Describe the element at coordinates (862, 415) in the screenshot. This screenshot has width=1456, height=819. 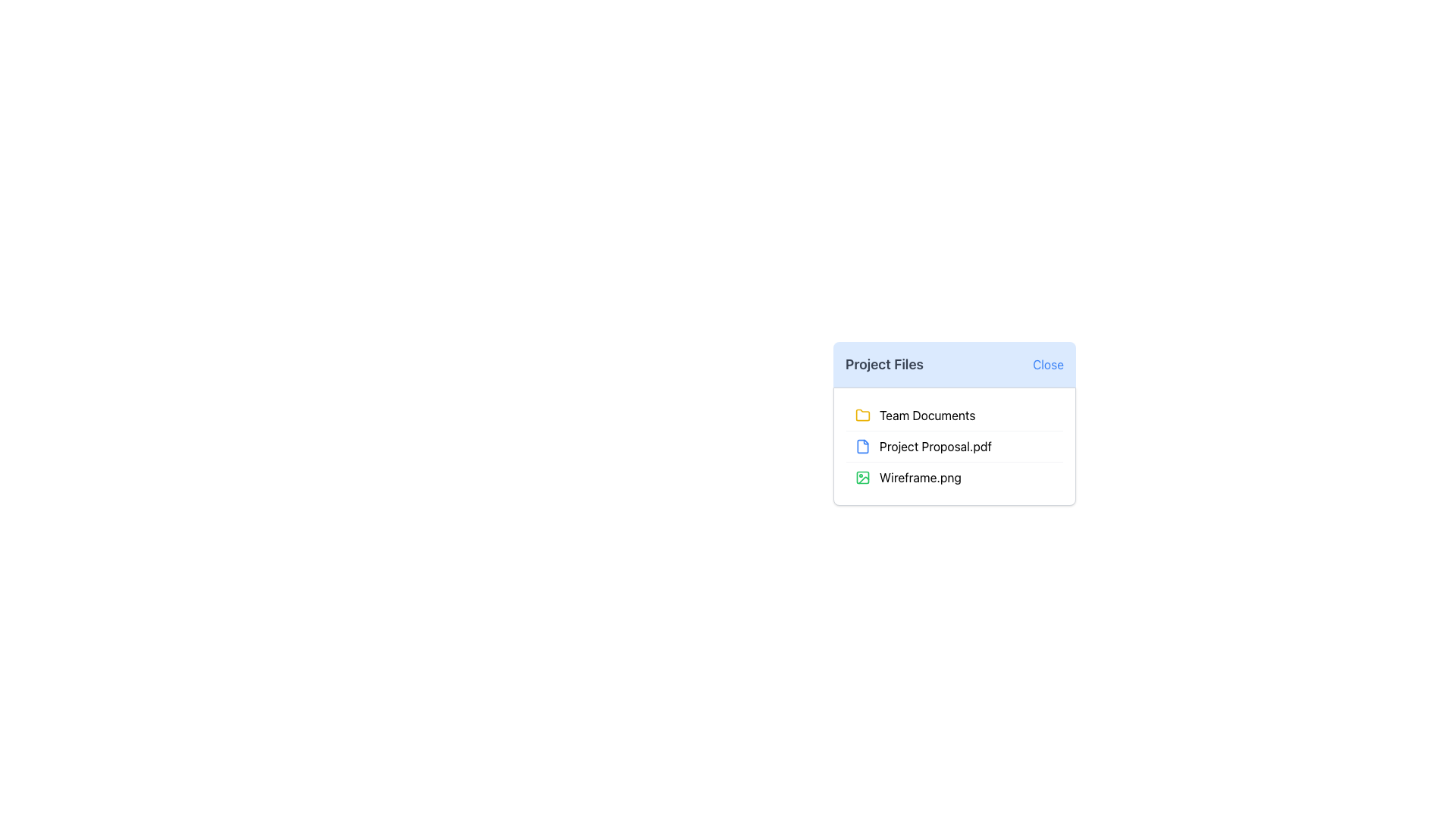
I see `the SVG icon representing the folder for 'Team Documents', located in the first position of the 'Project Files' panel` at that location.